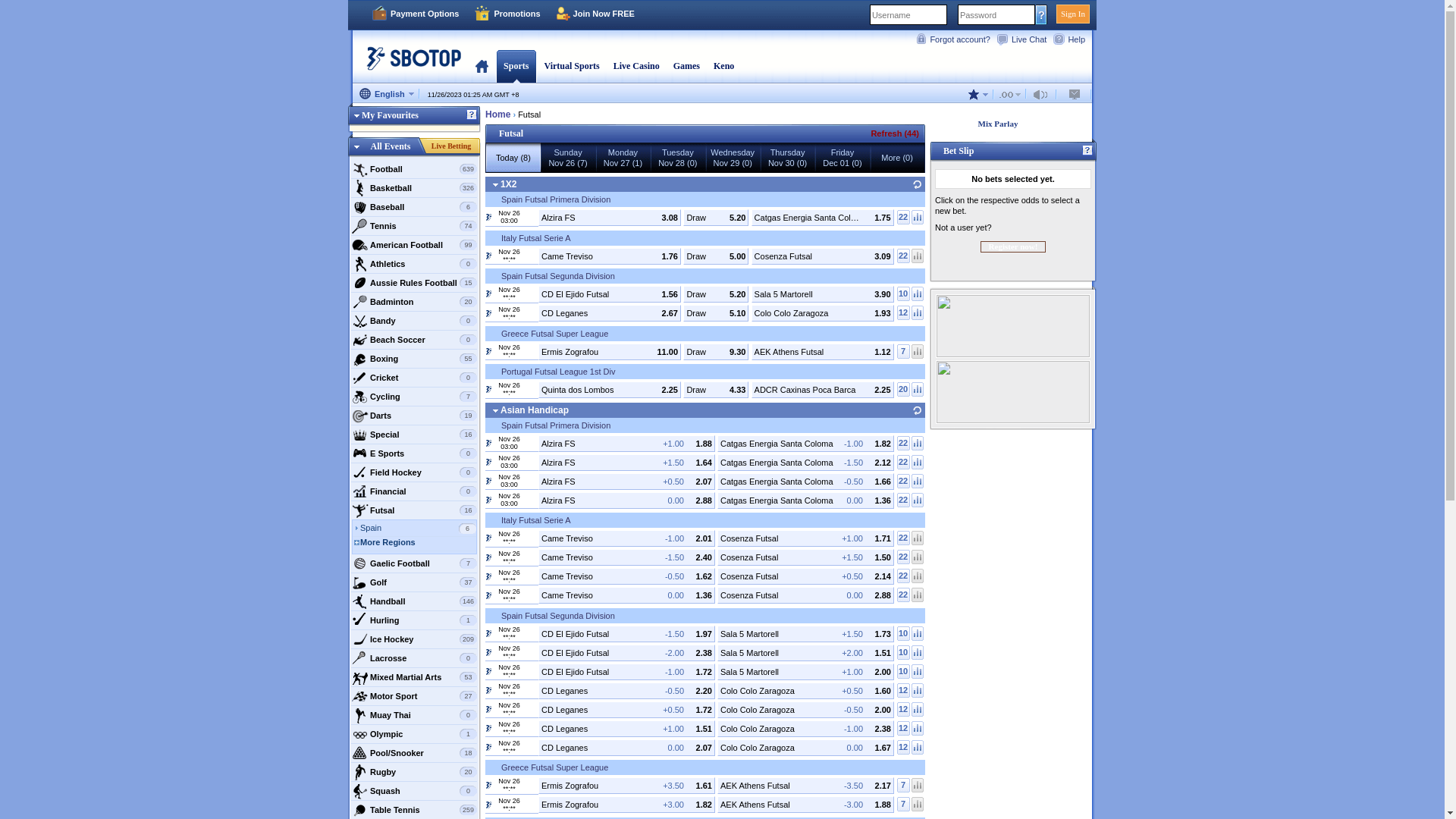 This screenshot has height=819, width=1456. Describe the element at coordinates (805, 461) in the screenshot. I see `'2.12` at that location.